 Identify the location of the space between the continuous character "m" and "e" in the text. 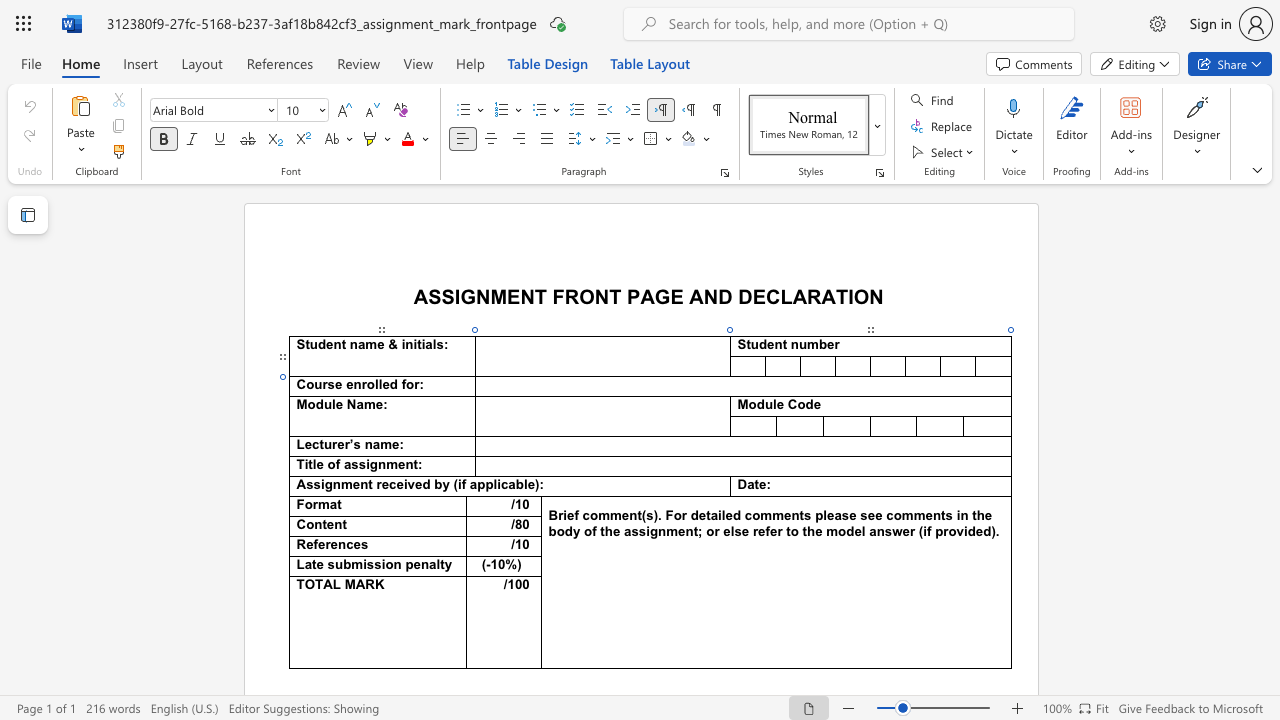
(374, 405).